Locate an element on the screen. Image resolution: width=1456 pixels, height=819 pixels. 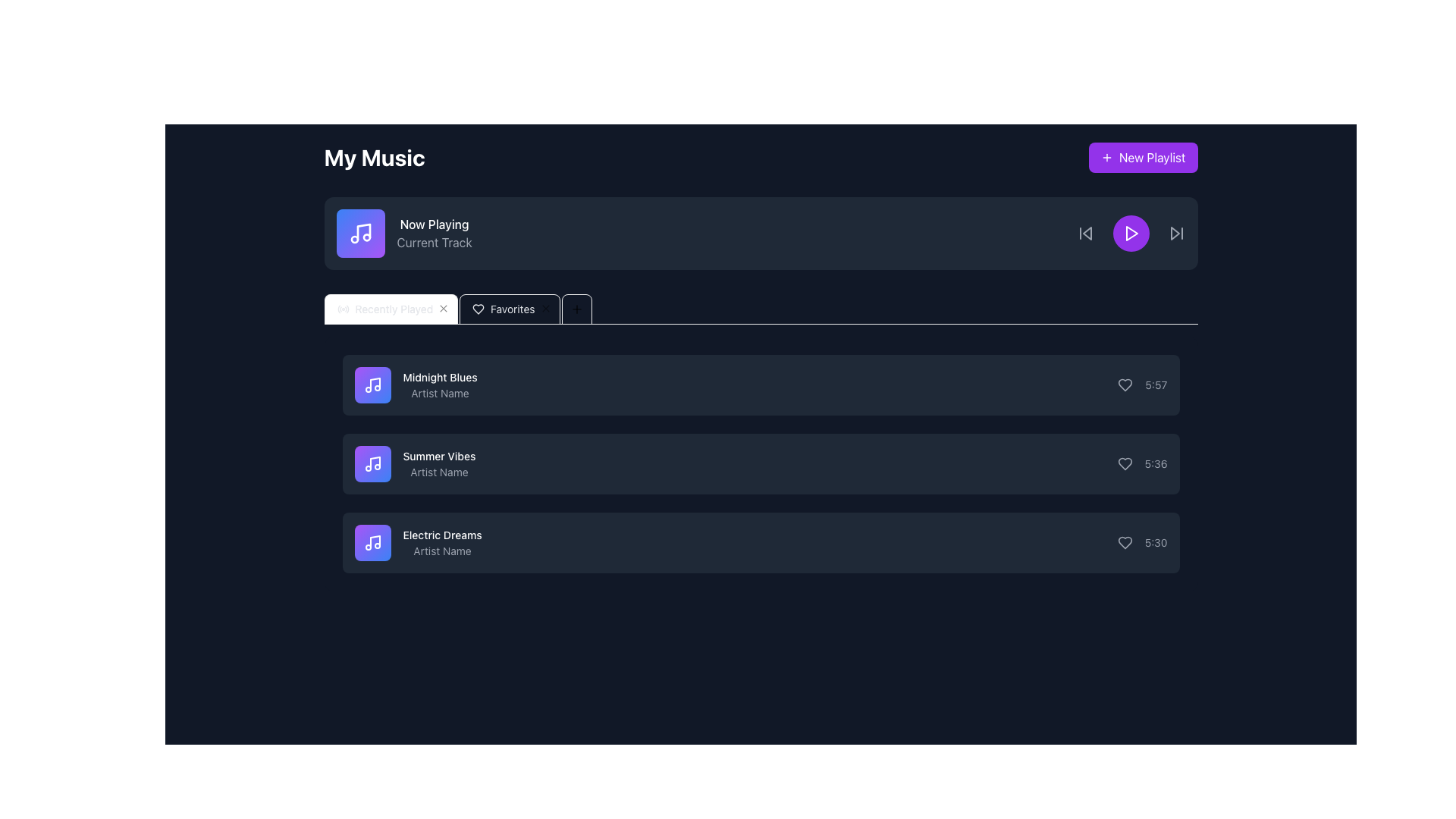
the SVG icon representing the musical note for the song entry titled 'Summer Vibes', located in the second row of the music list is located at coordinates (375, 462).